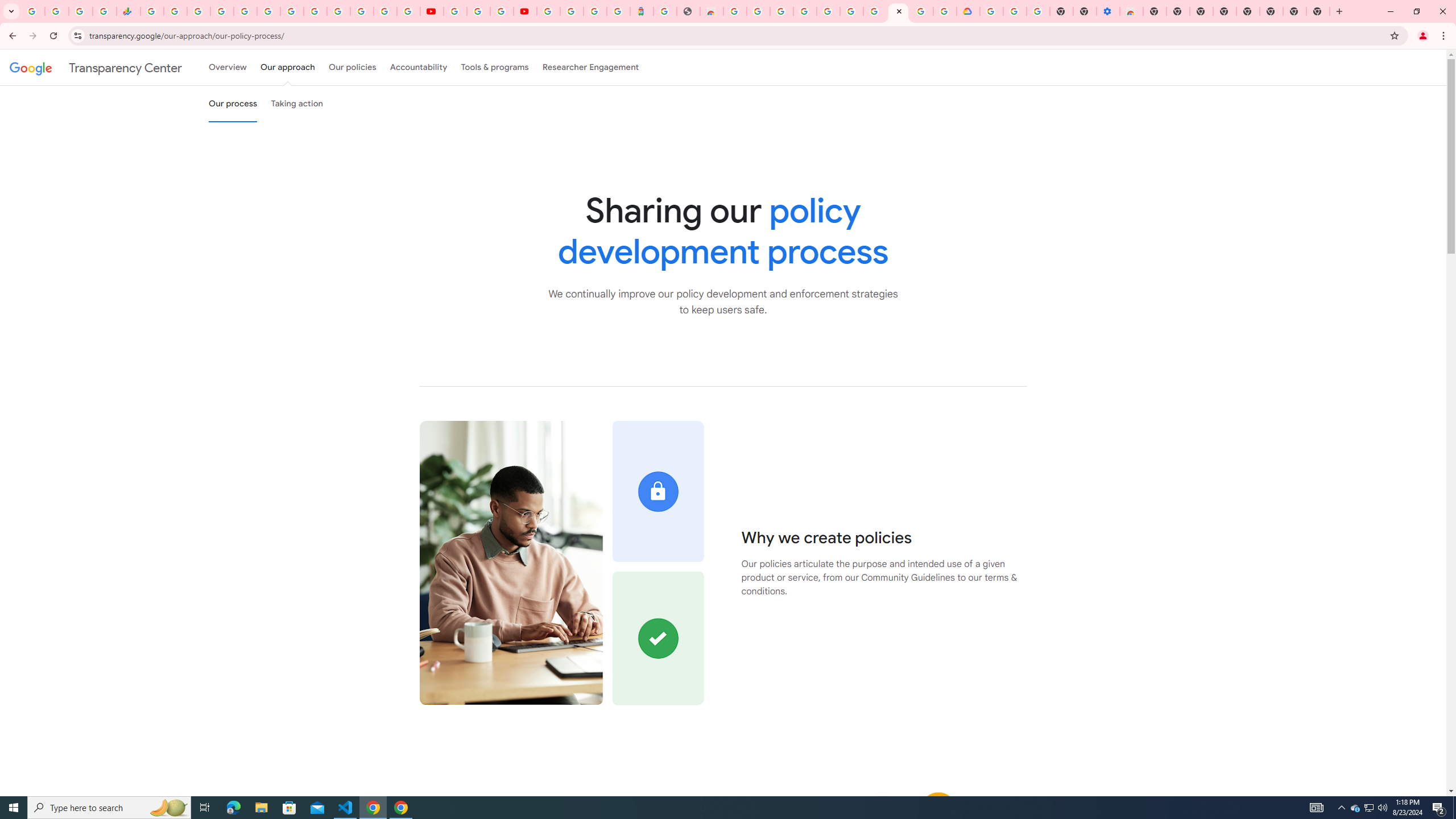 The height and width of the screenshot is (819, 1456). What do you see at coordinates (945, 11) in the screenshot?
I see `'Browse the Google Chrome Community - Google Chrome Community'` at bounding box center [945, 11].